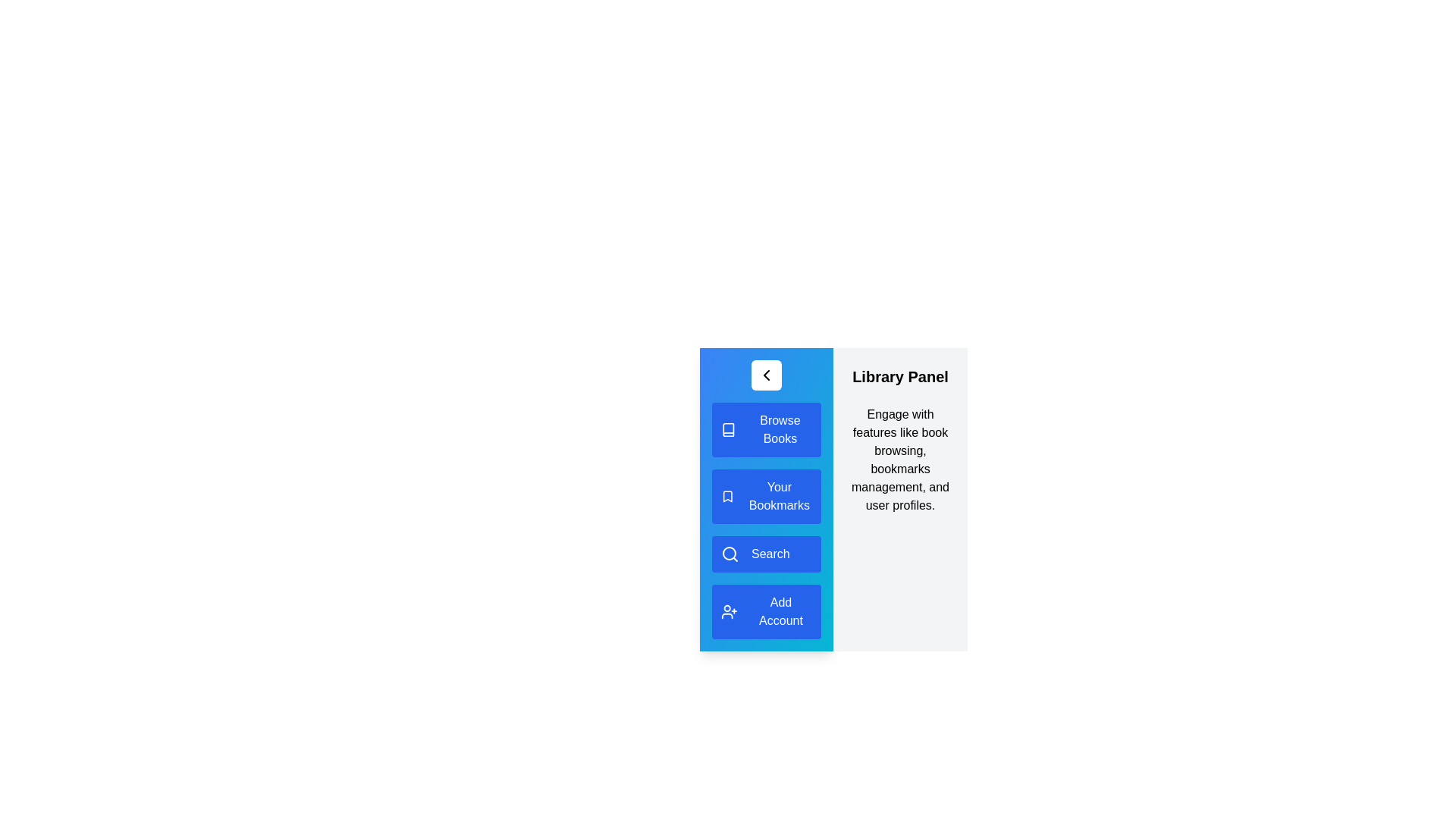  What do you see at coordinates (767, 610) in the screenshot?
I see `the menu item Add Account from the LibraryDrawer` at bounding box center [767, 610].